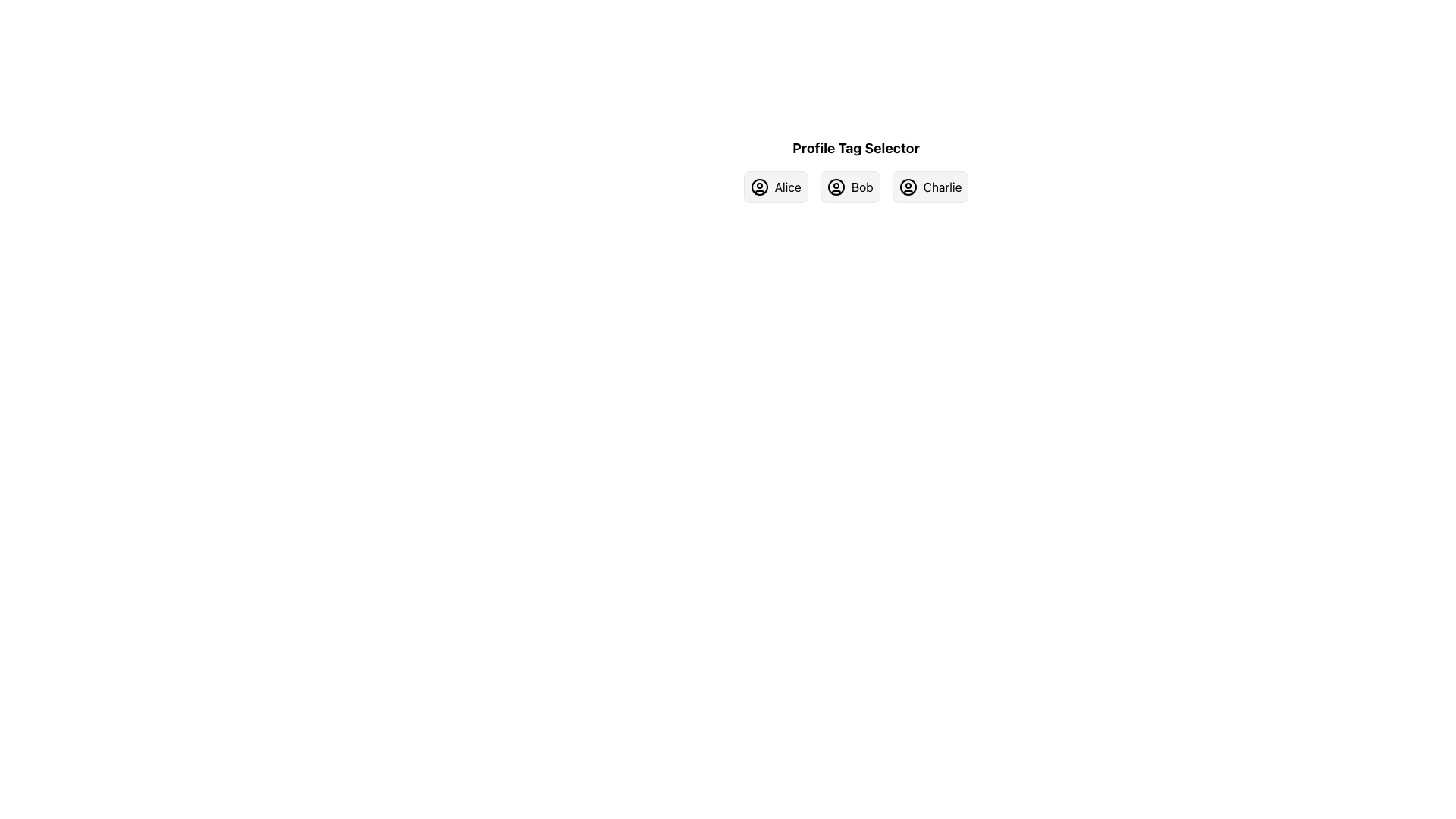  Describe the element at coordinates (908, 186) in the screenshot. I see `the user profile icon within the button associated with the 'Charlie' profile` at that location.